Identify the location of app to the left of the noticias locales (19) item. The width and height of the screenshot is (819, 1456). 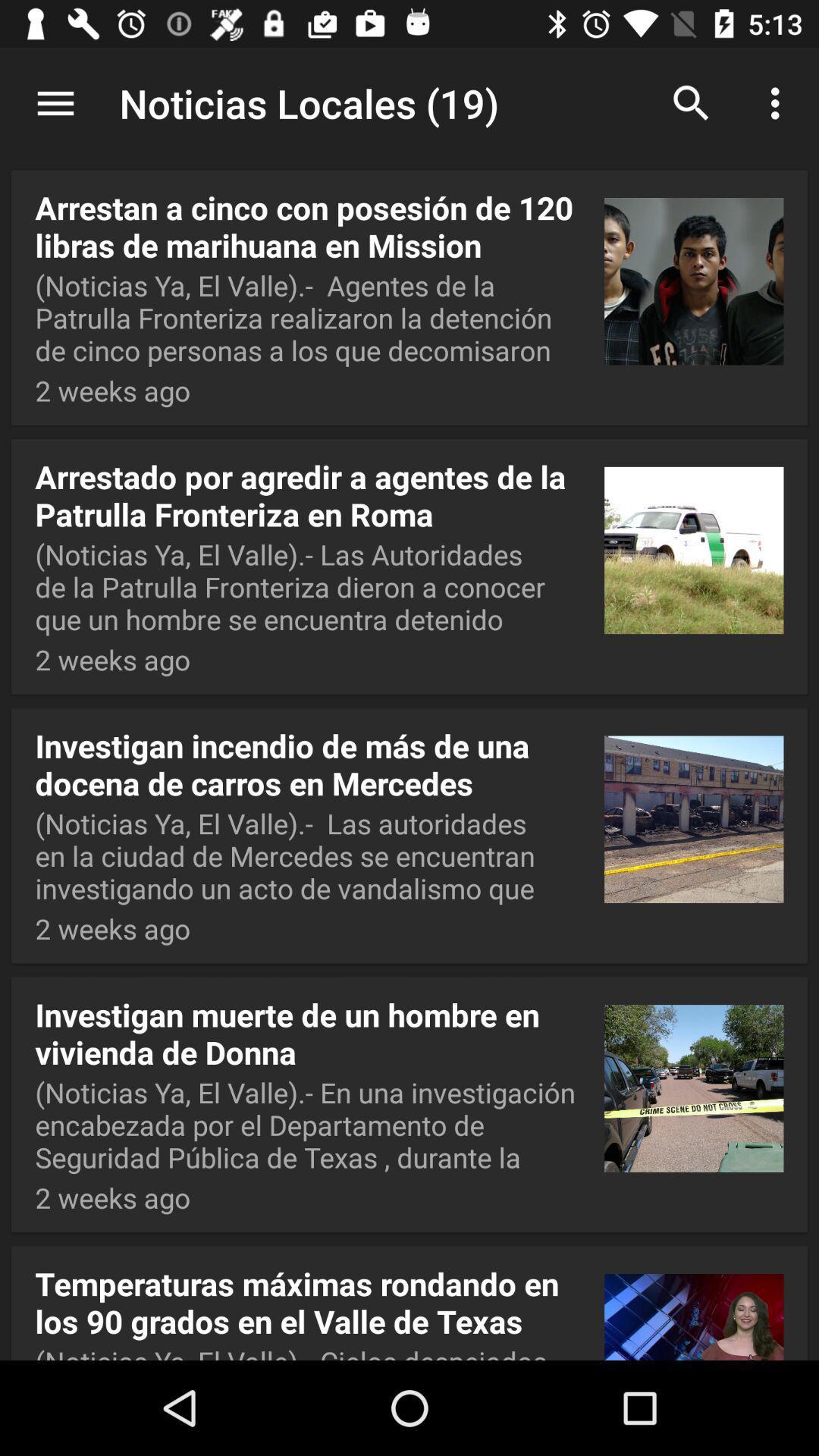
(55, 102).